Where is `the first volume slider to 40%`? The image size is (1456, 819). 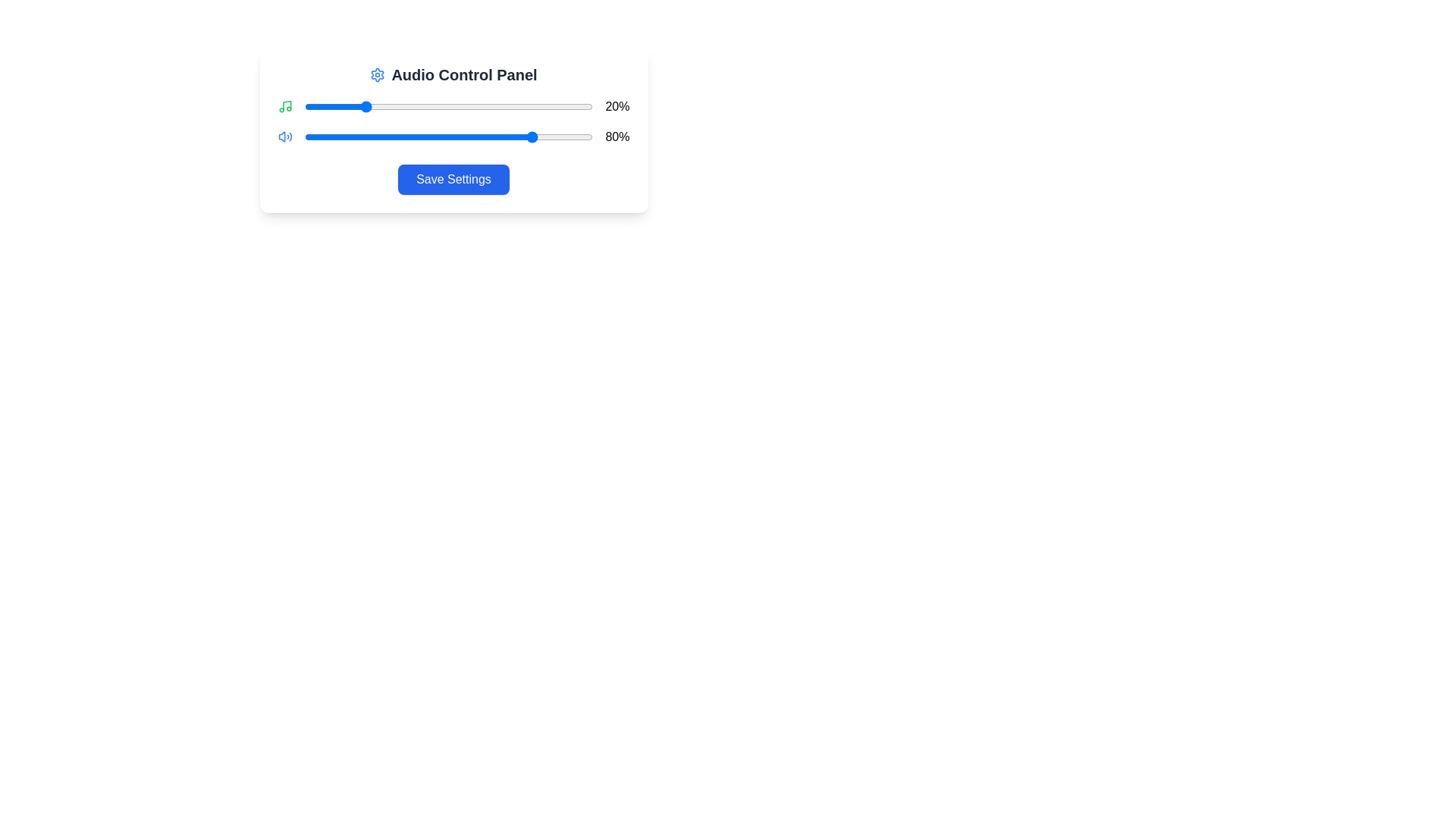 the first volume slider to 40% is located at coordinates (420, 106).